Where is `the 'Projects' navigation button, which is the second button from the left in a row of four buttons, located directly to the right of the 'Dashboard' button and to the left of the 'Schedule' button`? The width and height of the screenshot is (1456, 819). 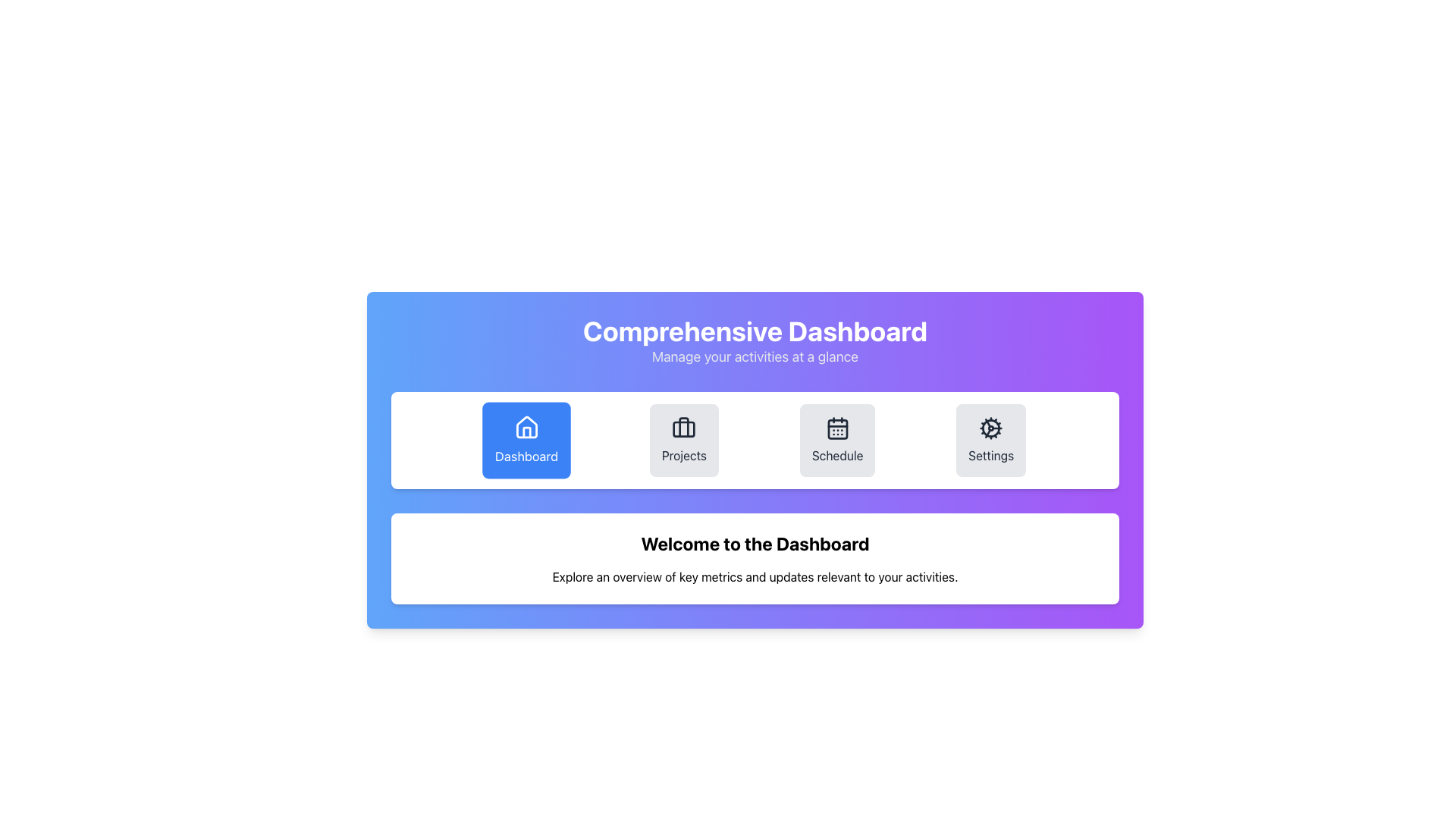 the 'Projects' navigation button, which is the second button from the left in a row of four buttons, located directly to the right of the 'Dashboard' button and to the left of the 'Schedule' button is located at coordinates (683, 441).